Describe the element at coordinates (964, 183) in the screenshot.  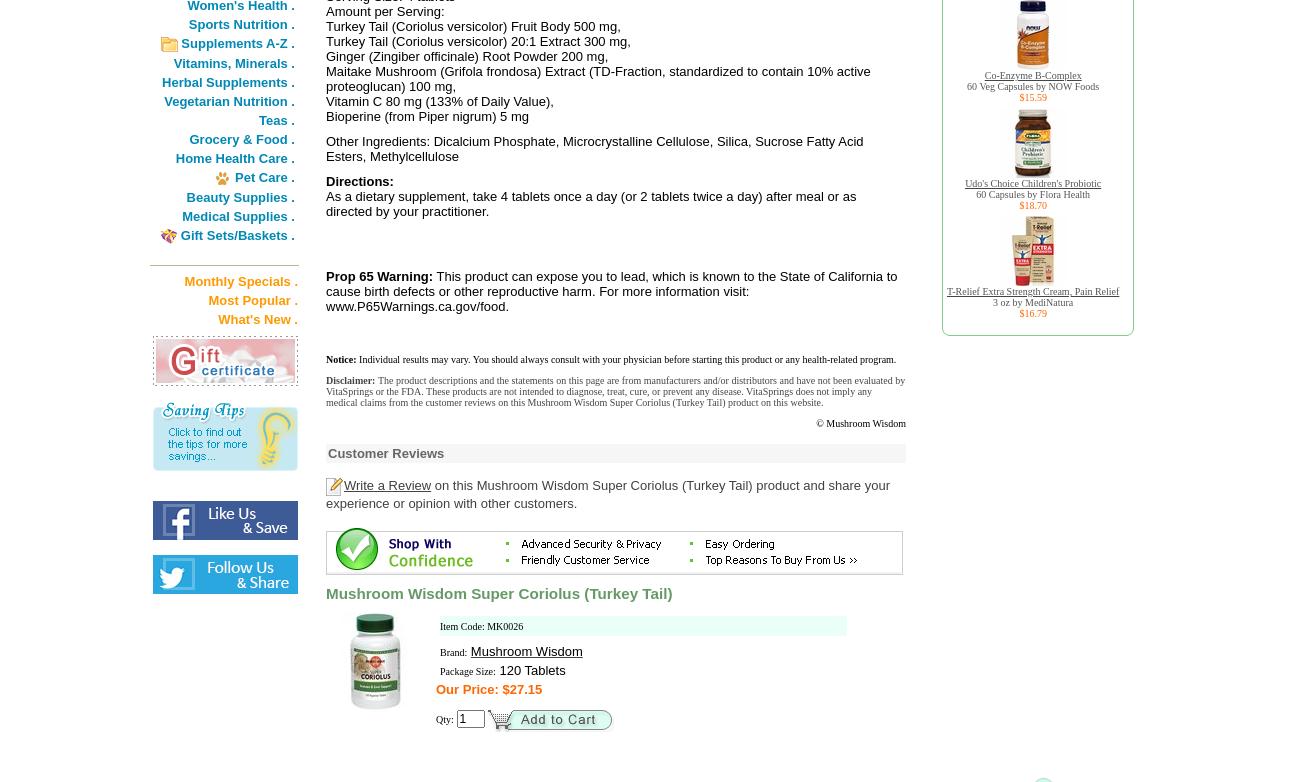
I see `'Udo's Choice Children's Probiotic'` at that location.